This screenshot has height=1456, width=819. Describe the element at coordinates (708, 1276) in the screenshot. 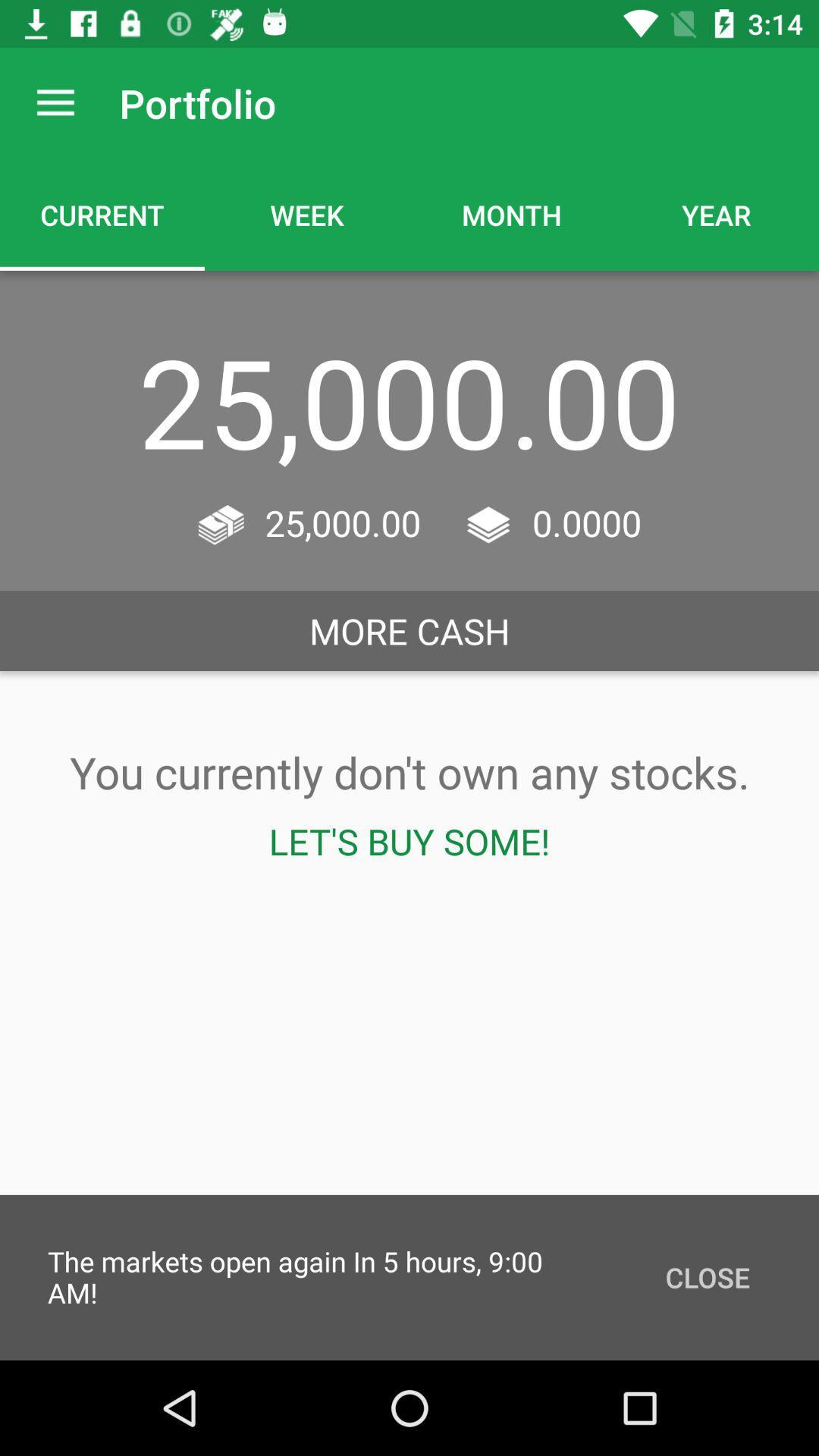

I see `the close` at that location.